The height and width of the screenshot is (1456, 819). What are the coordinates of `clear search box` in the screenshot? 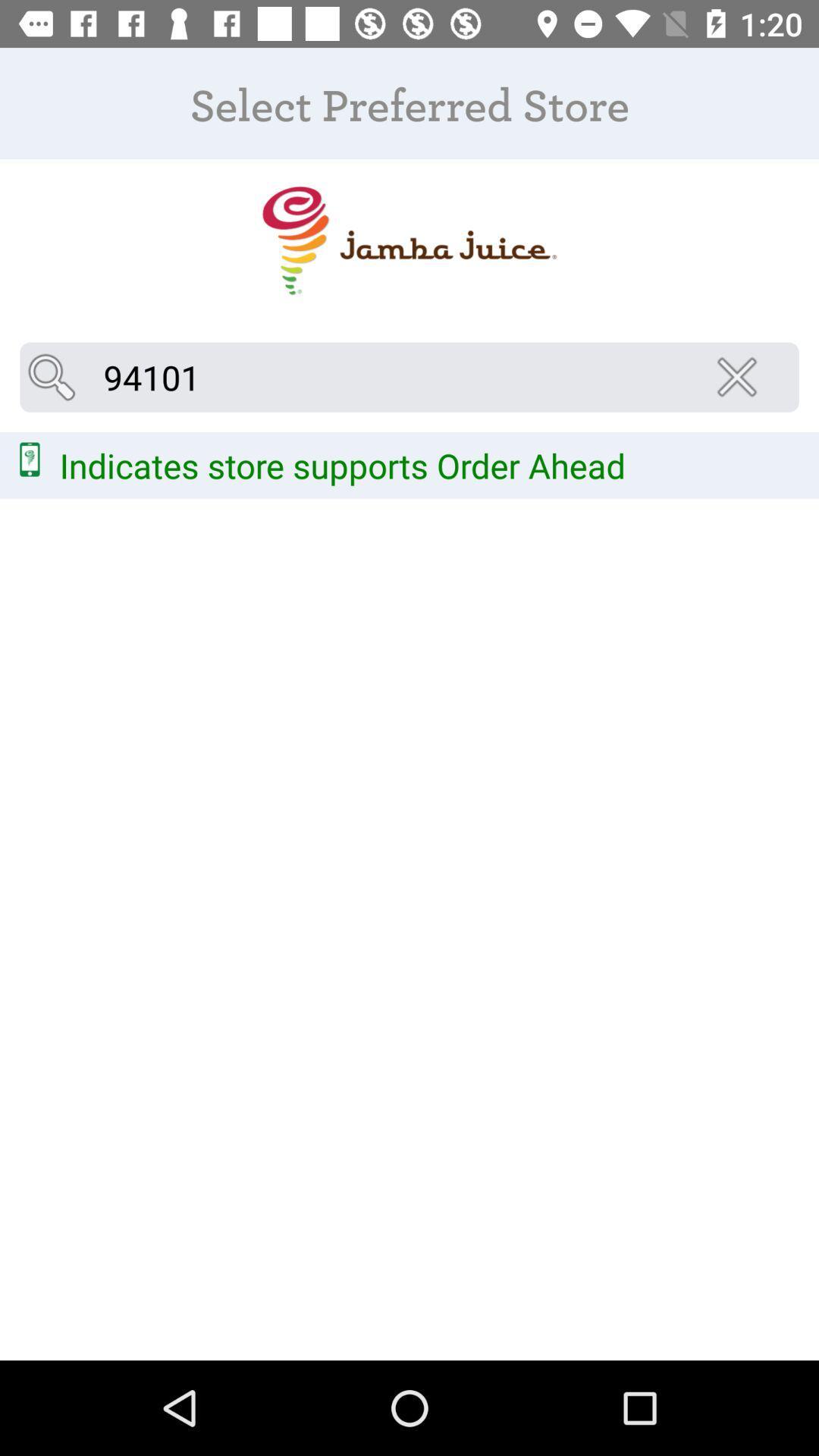 It's located at (741, 377).